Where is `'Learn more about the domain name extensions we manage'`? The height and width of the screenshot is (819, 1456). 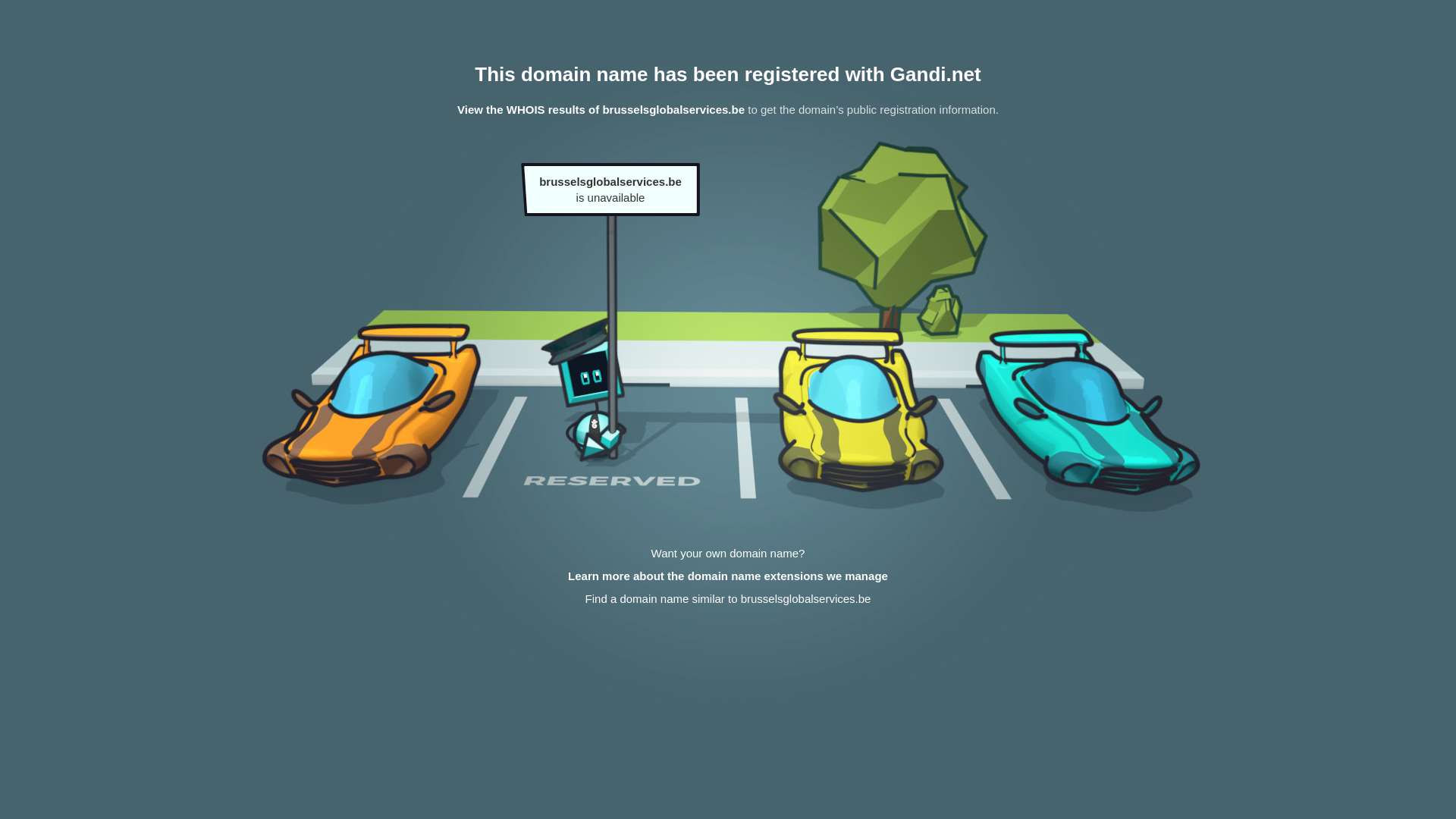
'Learn more about the domain name extensions we manage' is located at coordinates (728, 576).